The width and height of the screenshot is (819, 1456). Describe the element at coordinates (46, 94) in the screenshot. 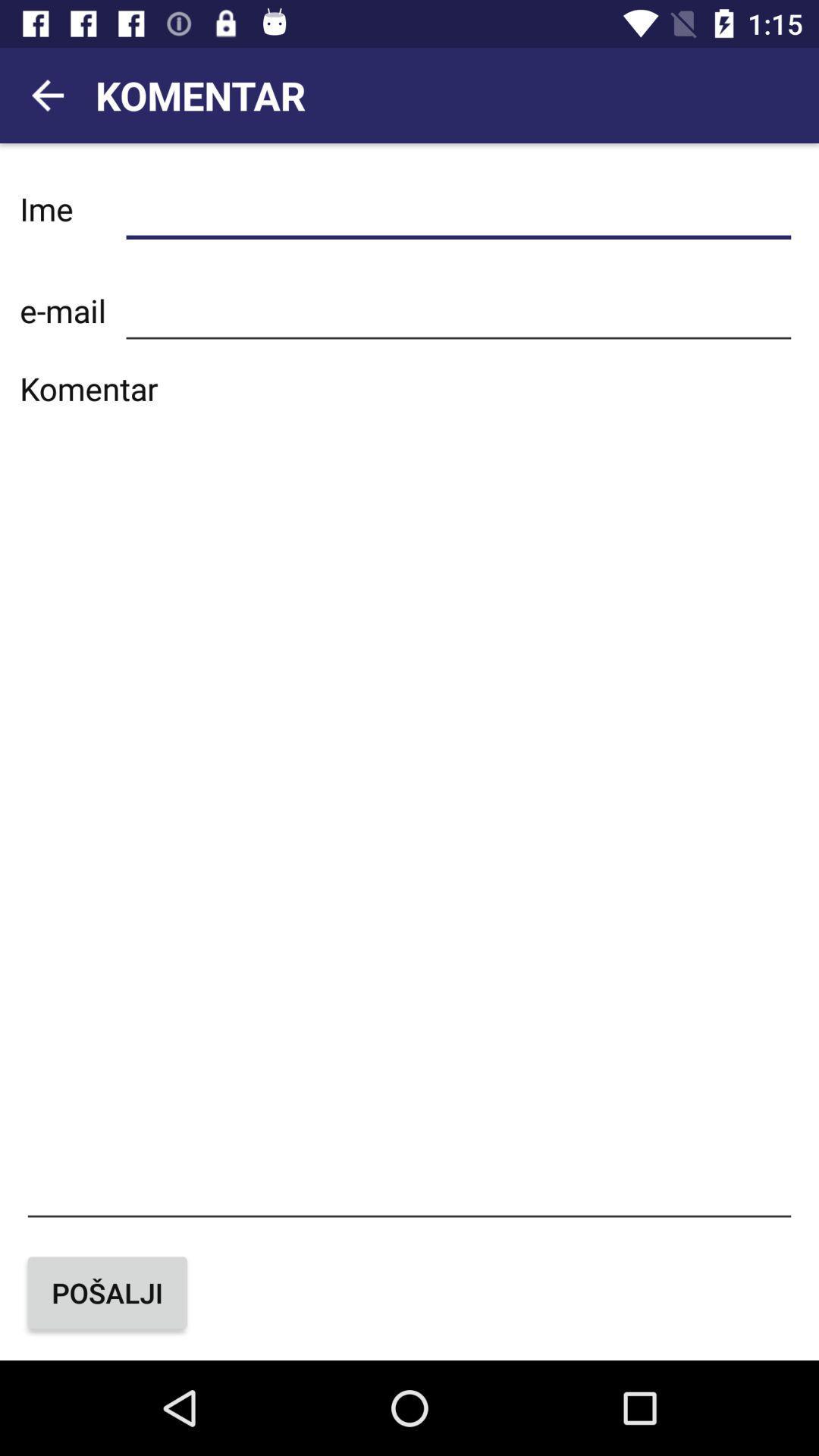

I see `the item to the left of the komentar item` at that location.